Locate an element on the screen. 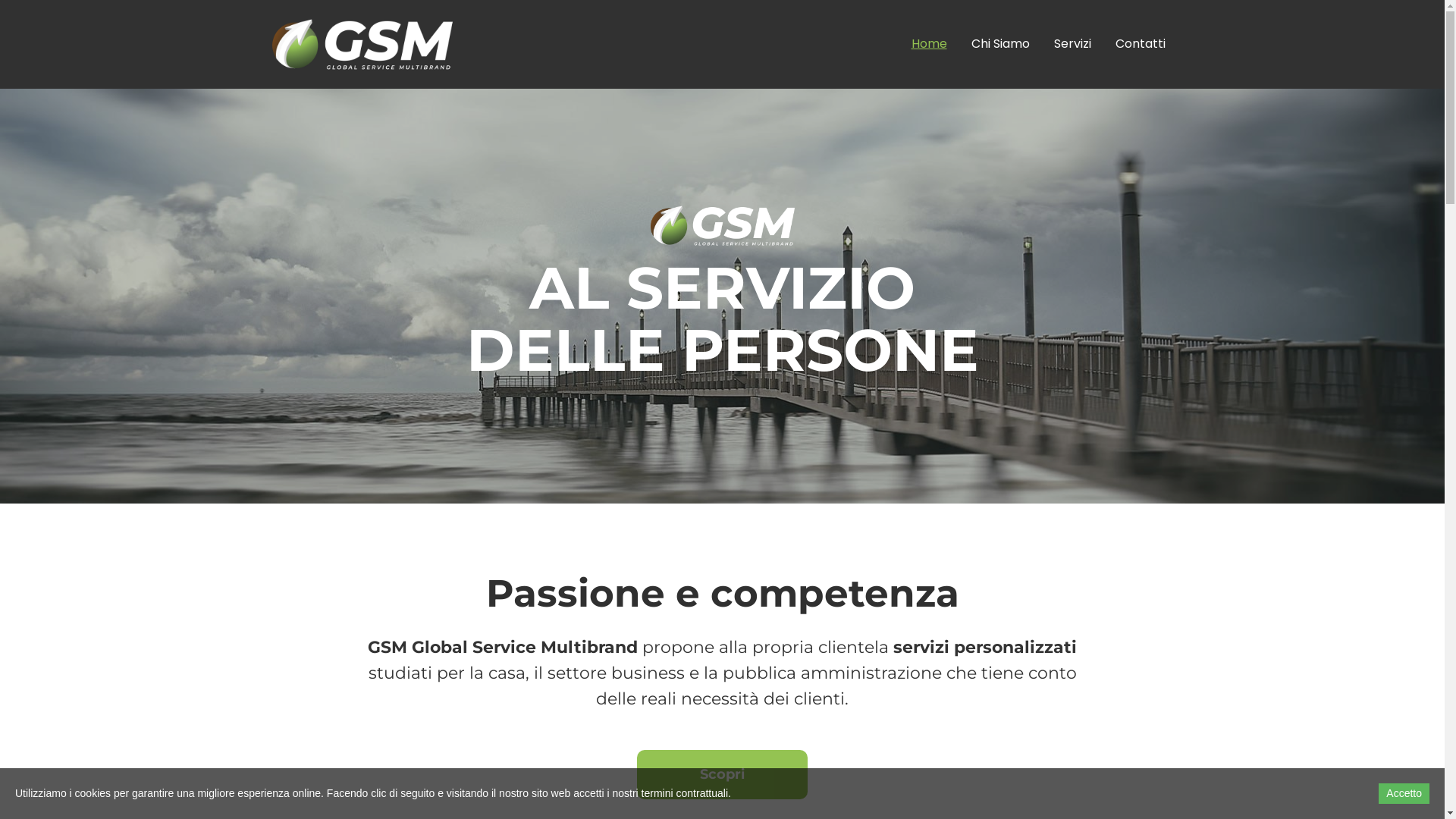  'Servizi' is located at coordinates (1072, 42).